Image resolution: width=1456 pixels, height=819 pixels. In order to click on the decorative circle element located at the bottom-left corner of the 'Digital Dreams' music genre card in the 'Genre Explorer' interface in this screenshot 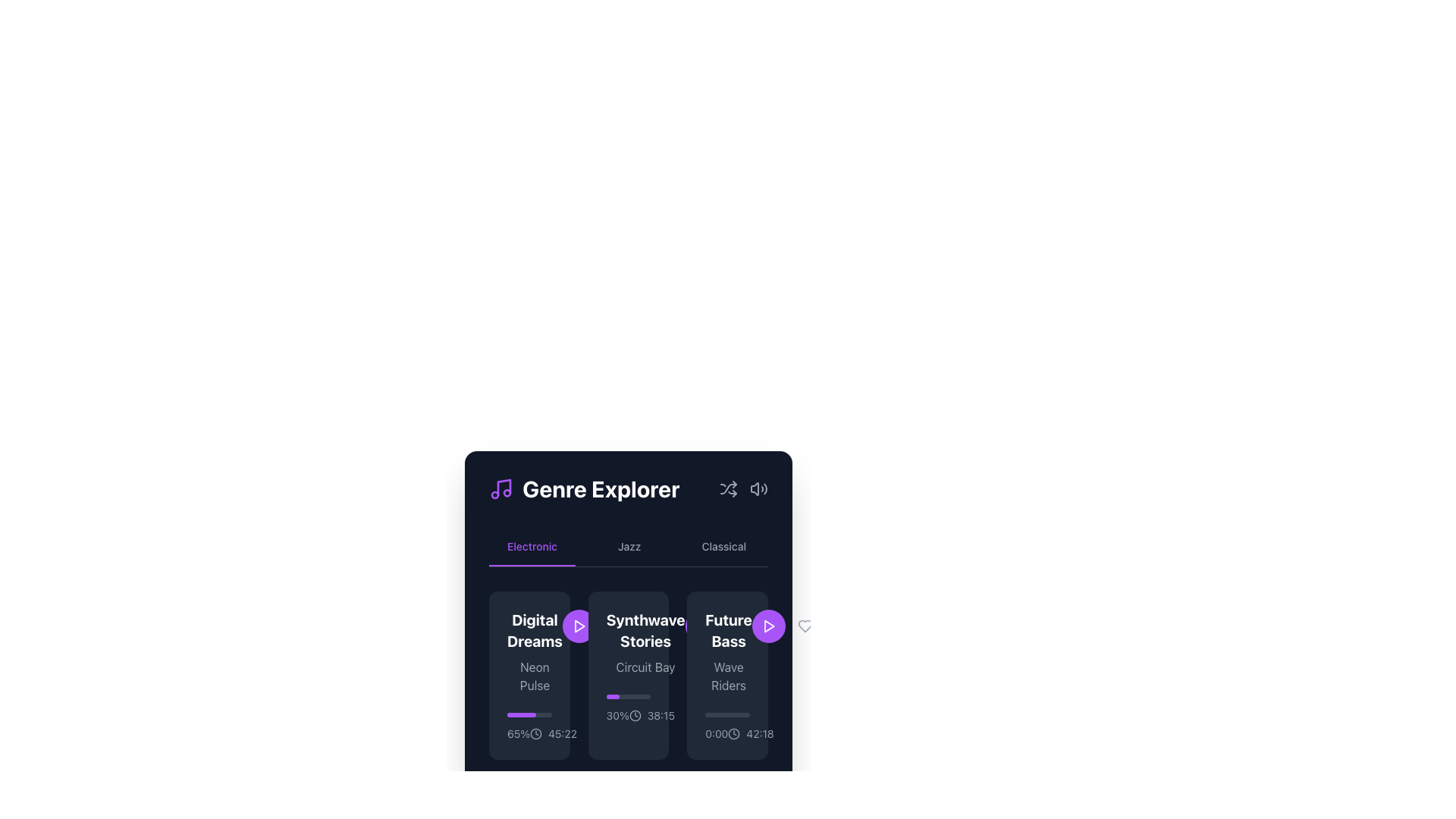, I will do `click(536, 733)`.